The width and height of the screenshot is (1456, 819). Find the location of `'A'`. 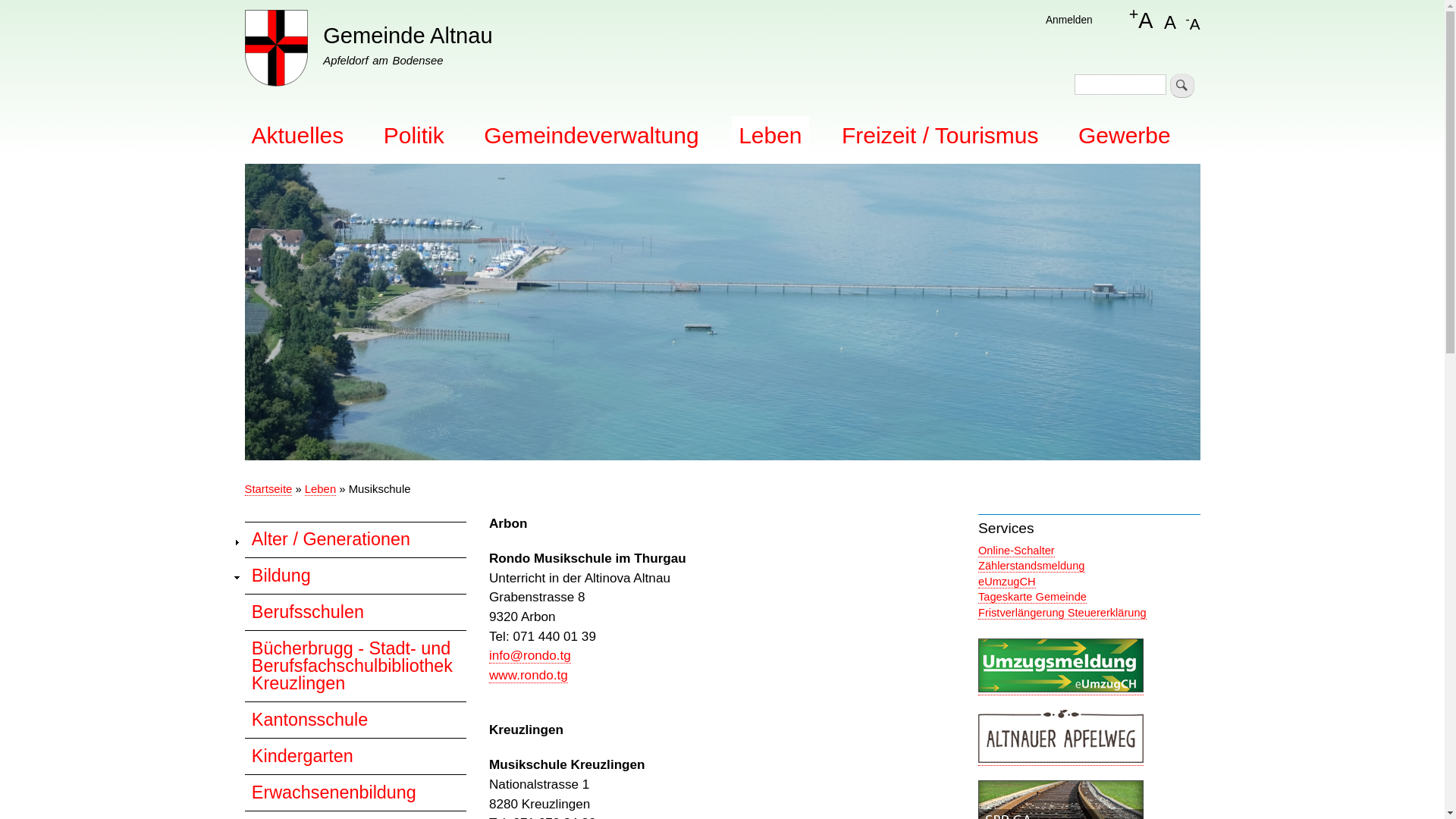

'A' is located at coordinates (1163, 20).